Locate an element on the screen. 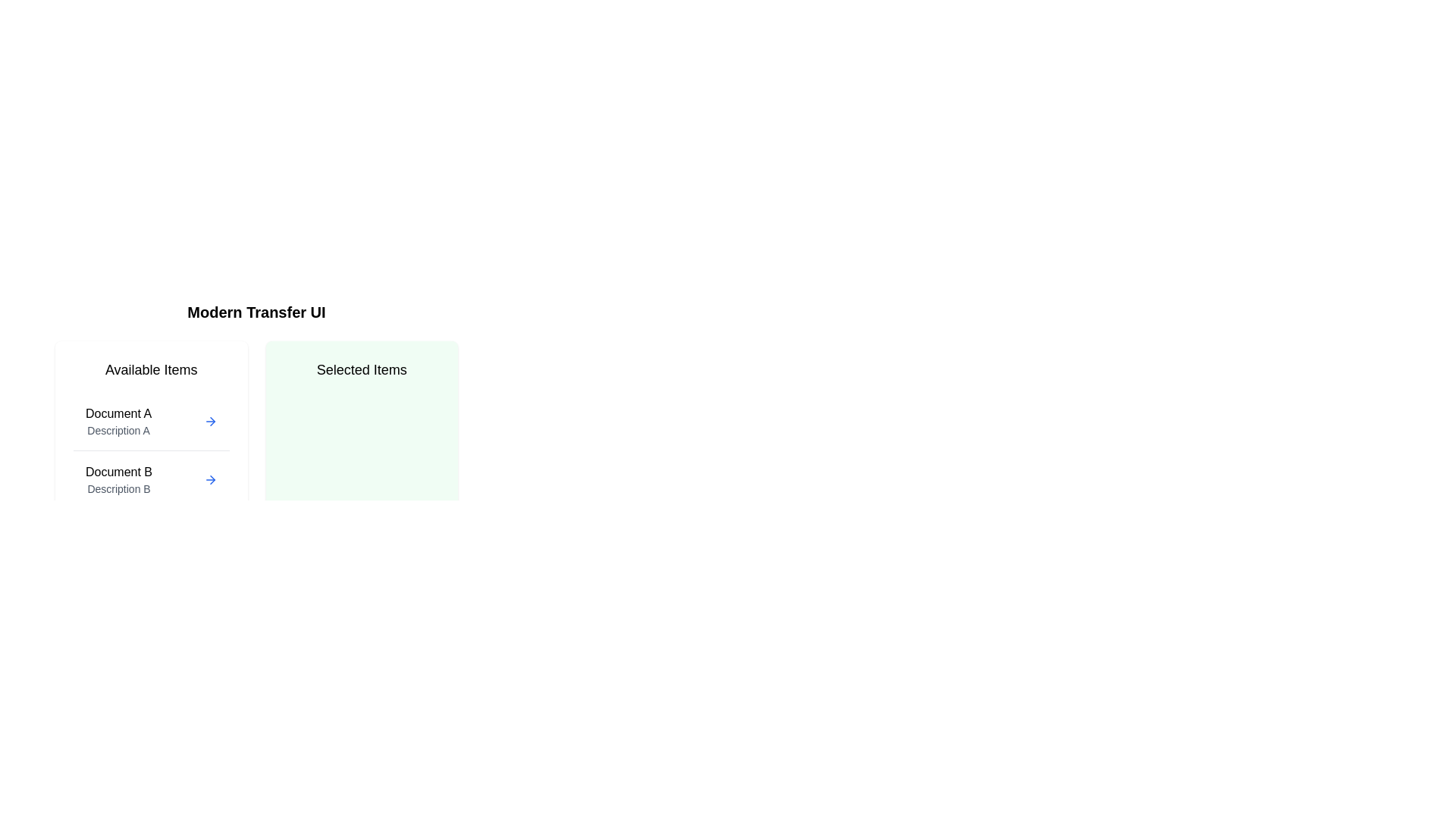 The width and height of the screenshot is (1456, 819). text displayed in the centered title label 'Modern Transfer UI' located at the top of the main content area is located at coordinates (256, 312).